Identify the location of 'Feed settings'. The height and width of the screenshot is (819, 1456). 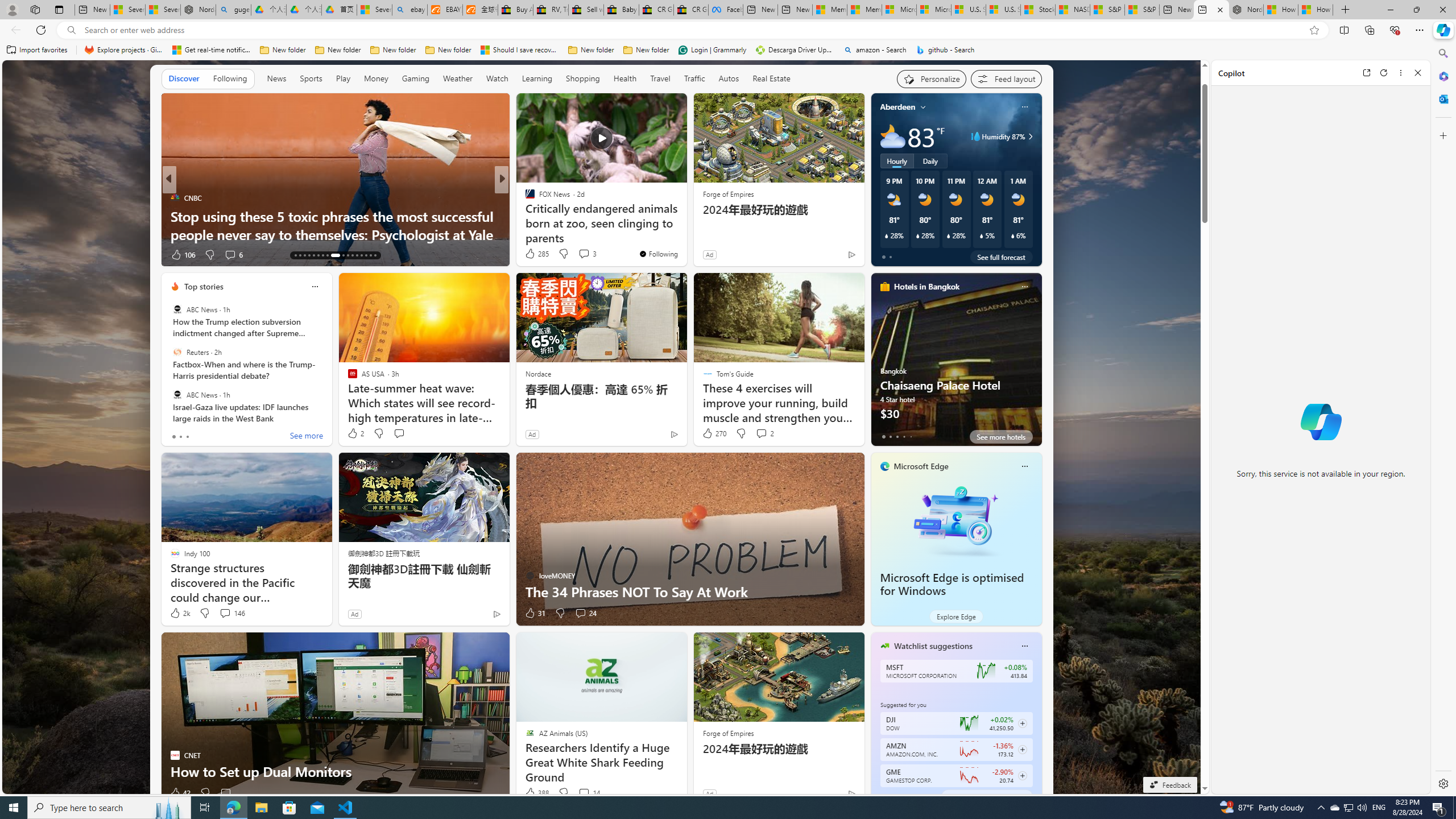
(1006, 78).